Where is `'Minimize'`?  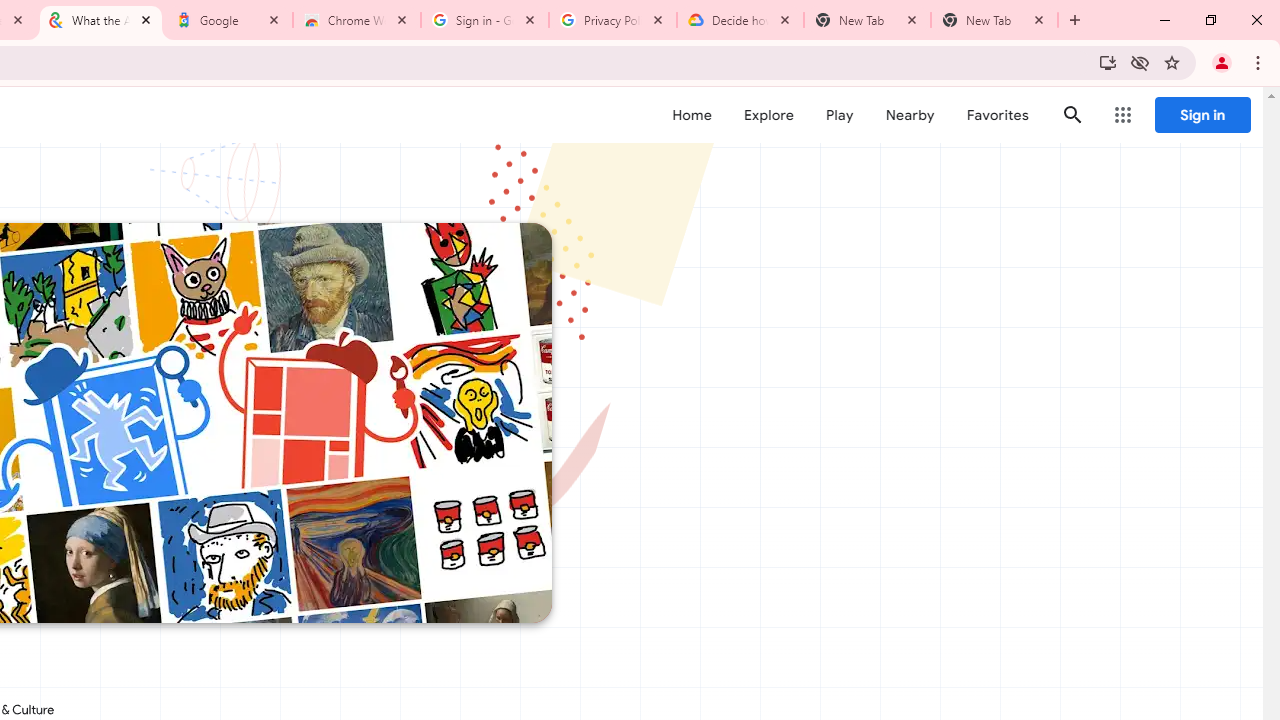 'Minimize' is located at coordinates (1165, 20).